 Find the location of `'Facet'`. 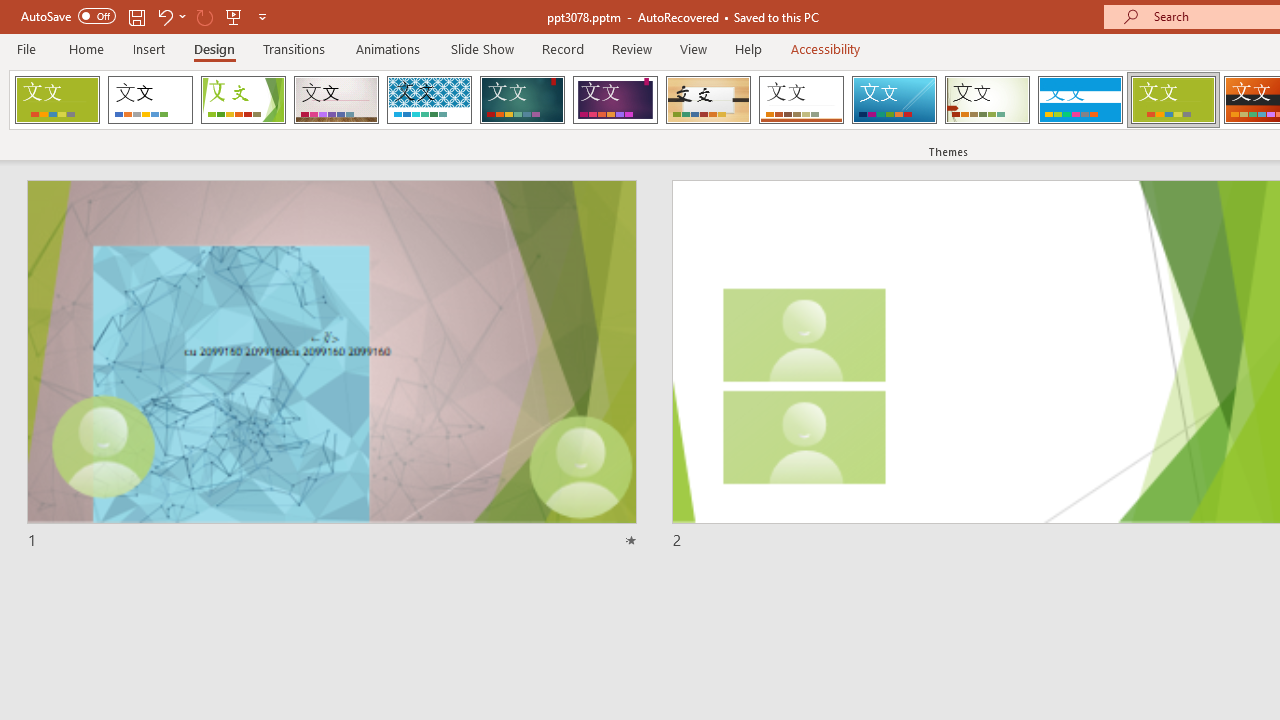

'Facet' is located at coordinates (242, 100).